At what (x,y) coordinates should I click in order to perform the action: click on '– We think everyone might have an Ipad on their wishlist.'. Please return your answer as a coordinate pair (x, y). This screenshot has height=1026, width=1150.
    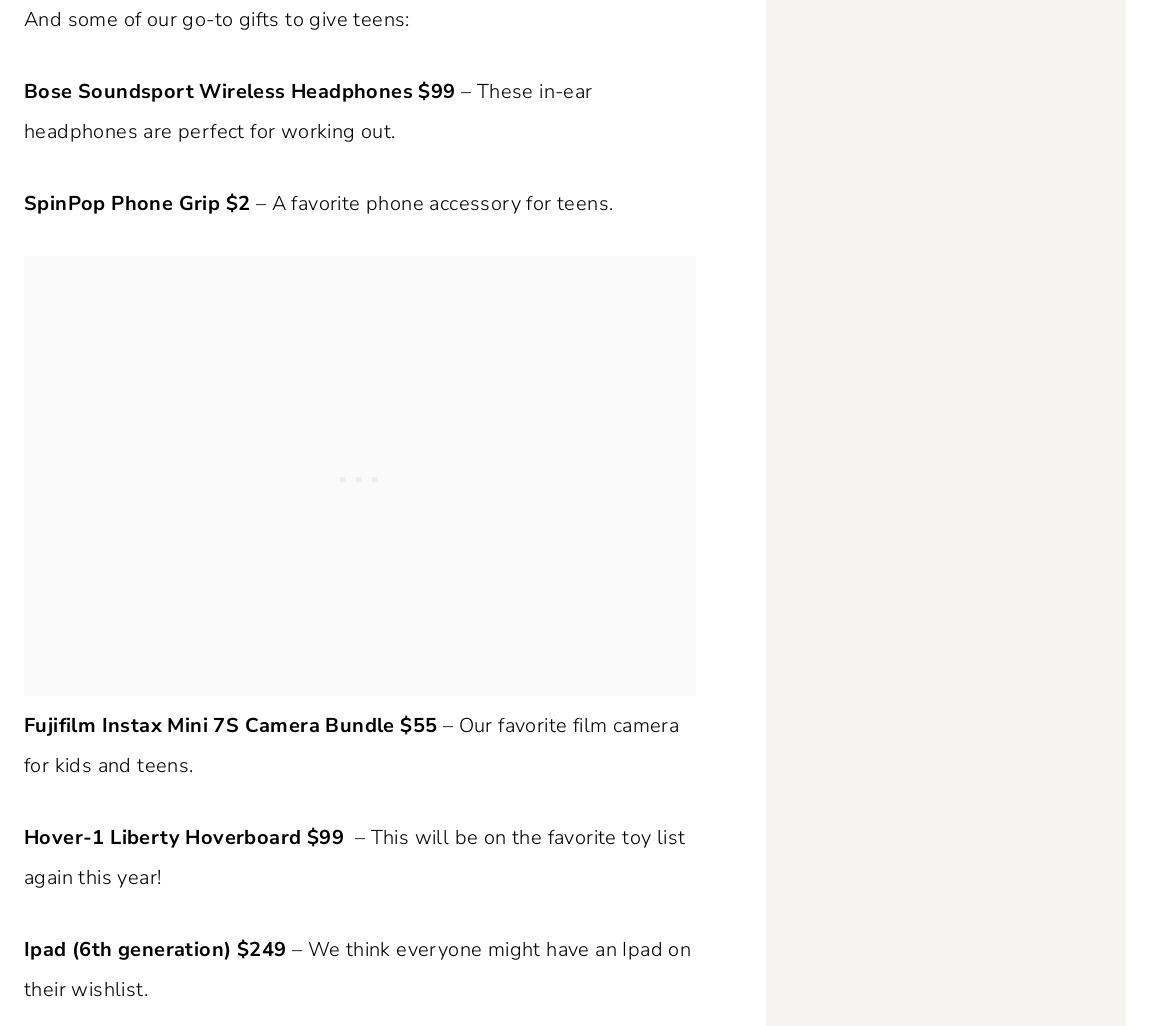
    Looking at the image, I should click on (357, 969).